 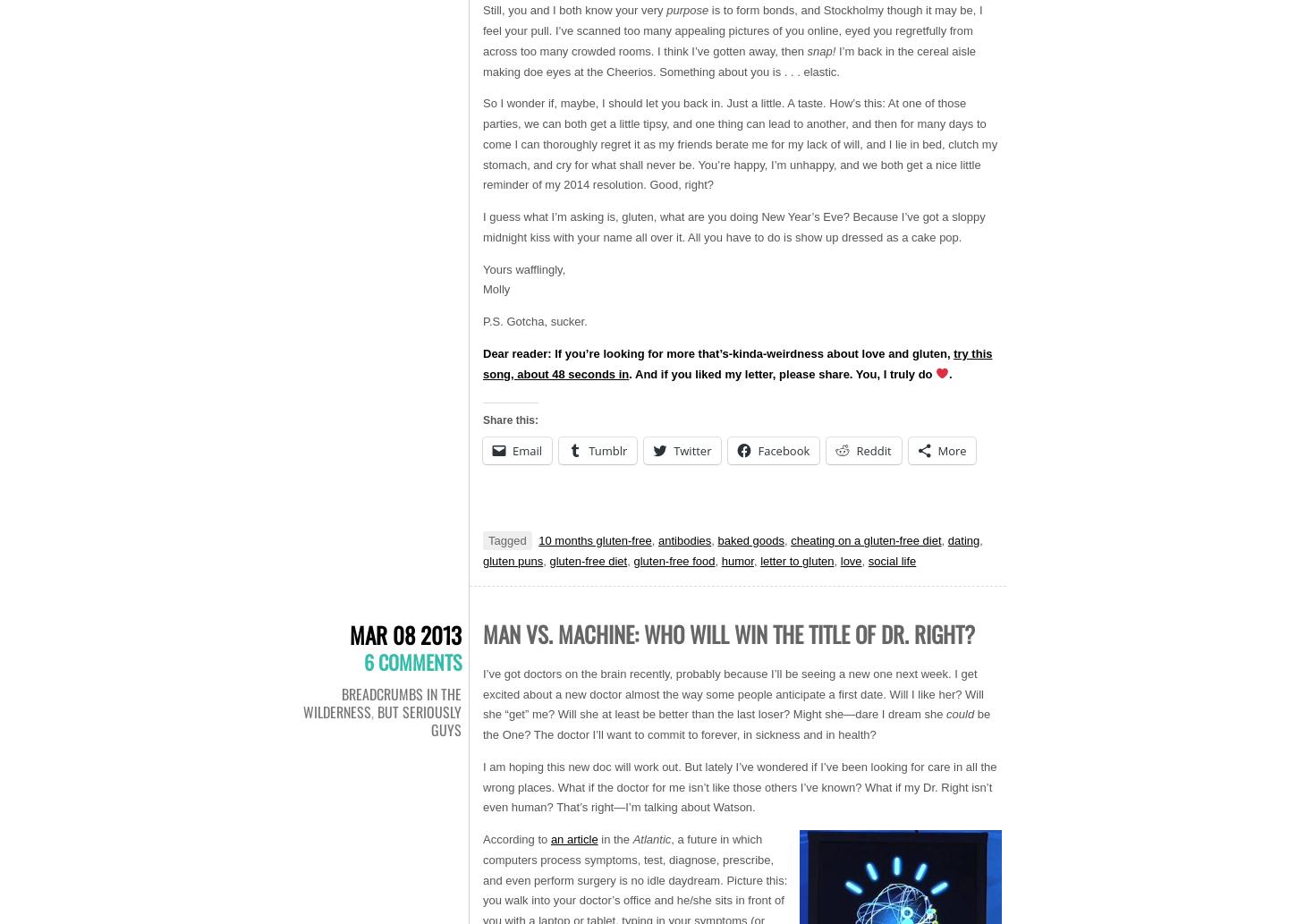 What do you see at coordinates (651, 838) in the screenshot?
I see `'Atlantic'` at bounding box center [651, 838].